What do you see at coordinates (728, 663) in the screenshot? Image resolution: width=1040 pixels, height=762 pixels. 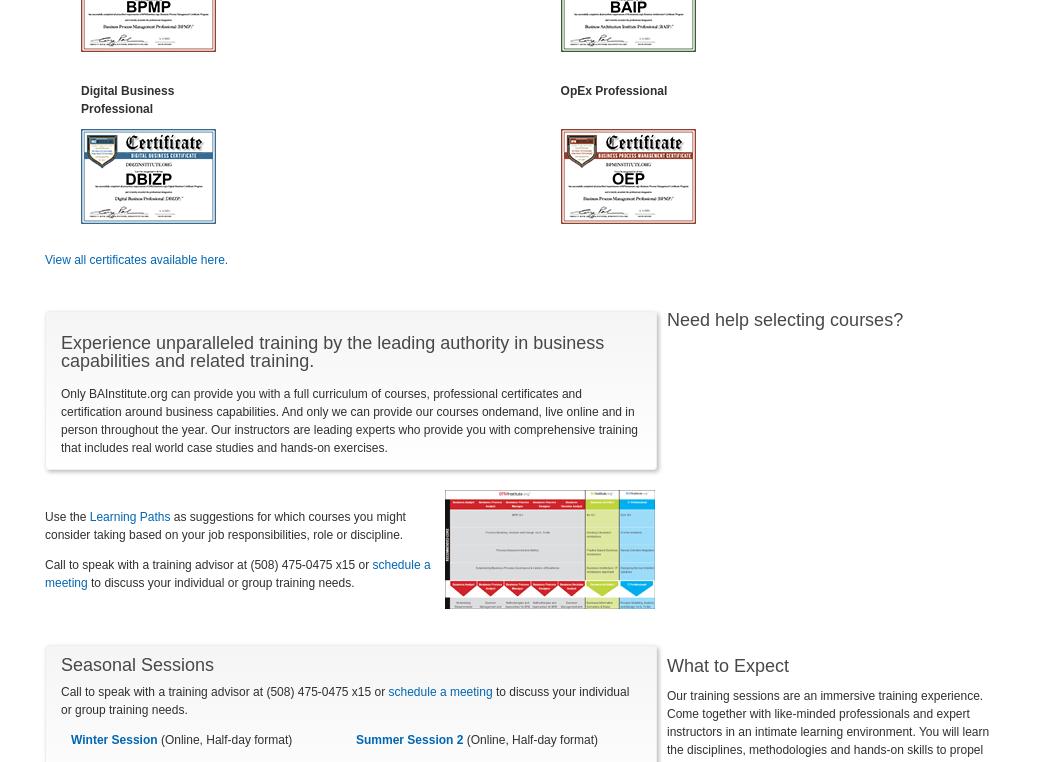 I see `'What to Expect'` at bounding box center [728, 663].